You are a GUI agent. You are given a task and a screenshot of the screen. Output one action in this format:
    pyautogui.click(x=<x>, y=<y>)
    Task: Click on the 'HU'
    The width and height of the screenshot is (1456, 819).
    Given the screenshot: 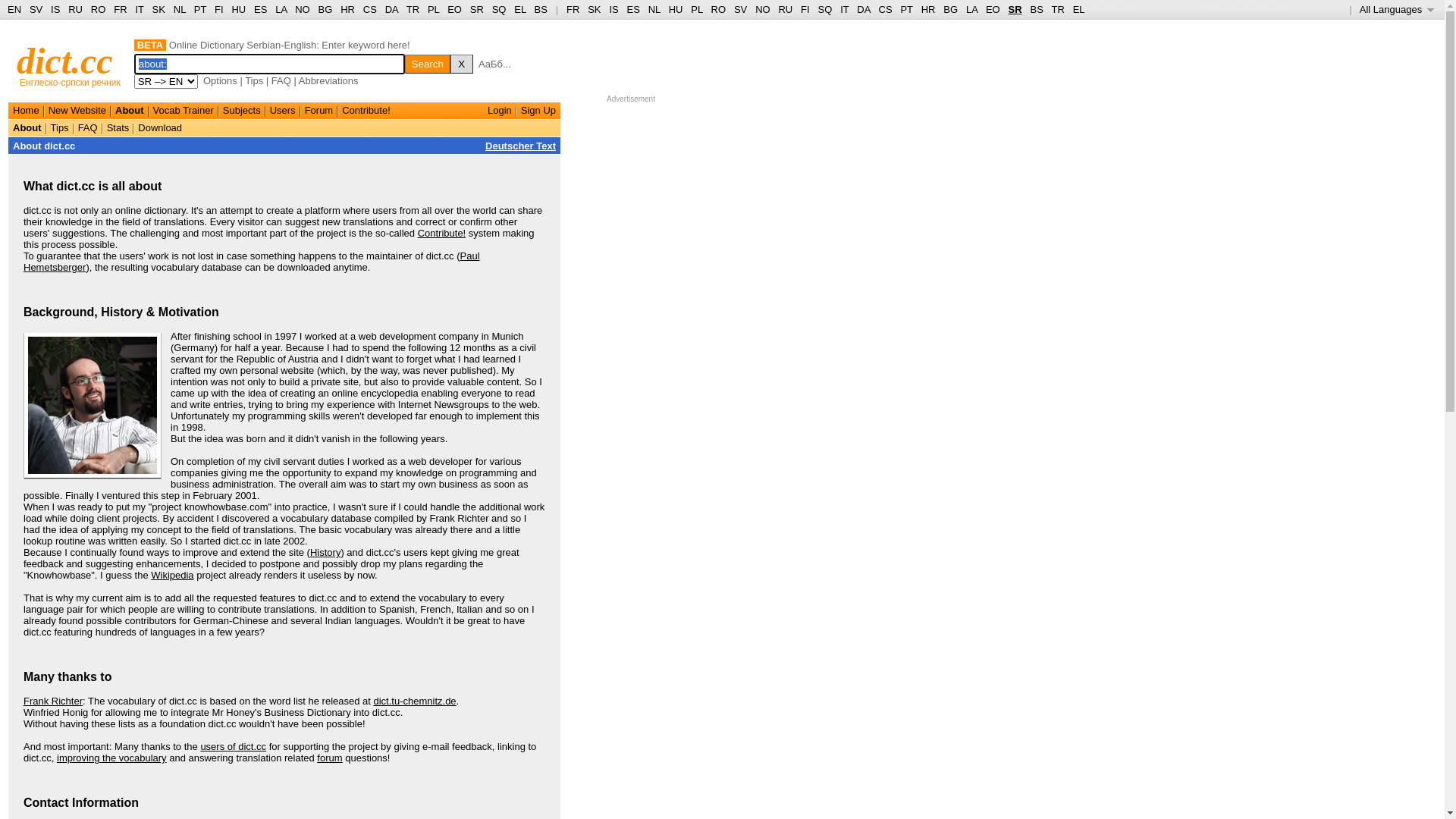 What is the action you would take?
    pyautogui.click(x=231, y=9)
    